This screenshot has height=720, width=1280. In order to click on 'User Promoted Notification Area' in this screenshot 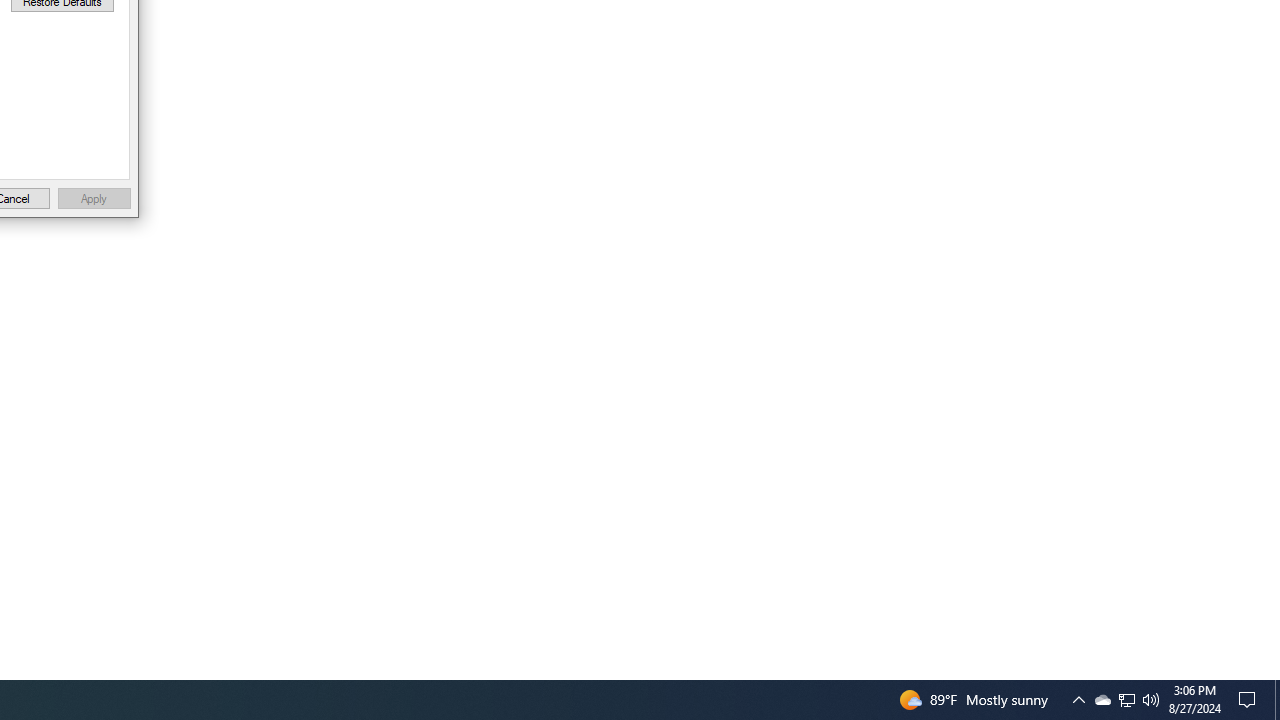, I will do `click(1127, 698)`.